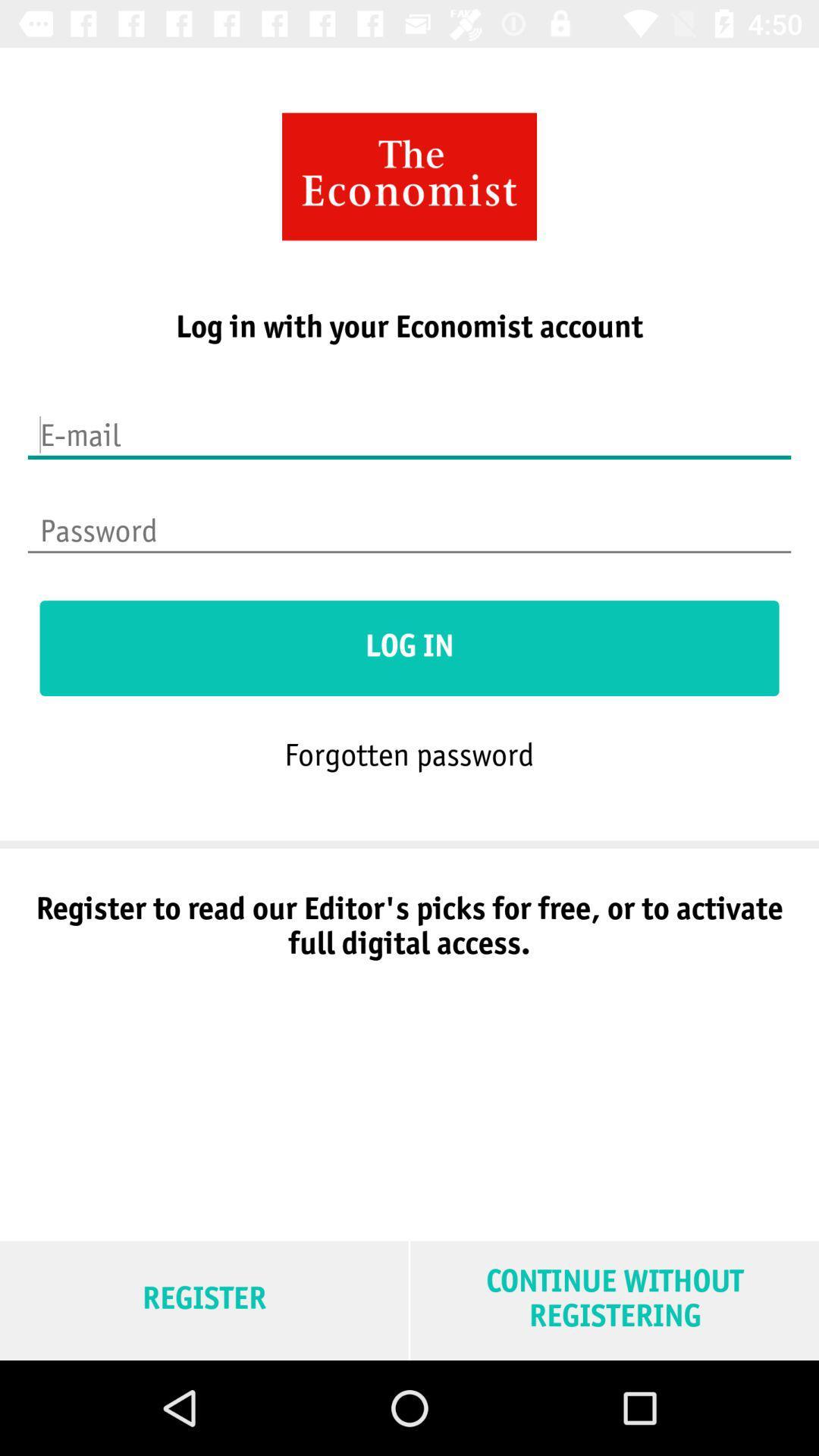 The height and width of the screenshot is (1456, 819). Describe the element at coordinates (614, 1300) in the screenshot. I see `continue without registering item` at that location.